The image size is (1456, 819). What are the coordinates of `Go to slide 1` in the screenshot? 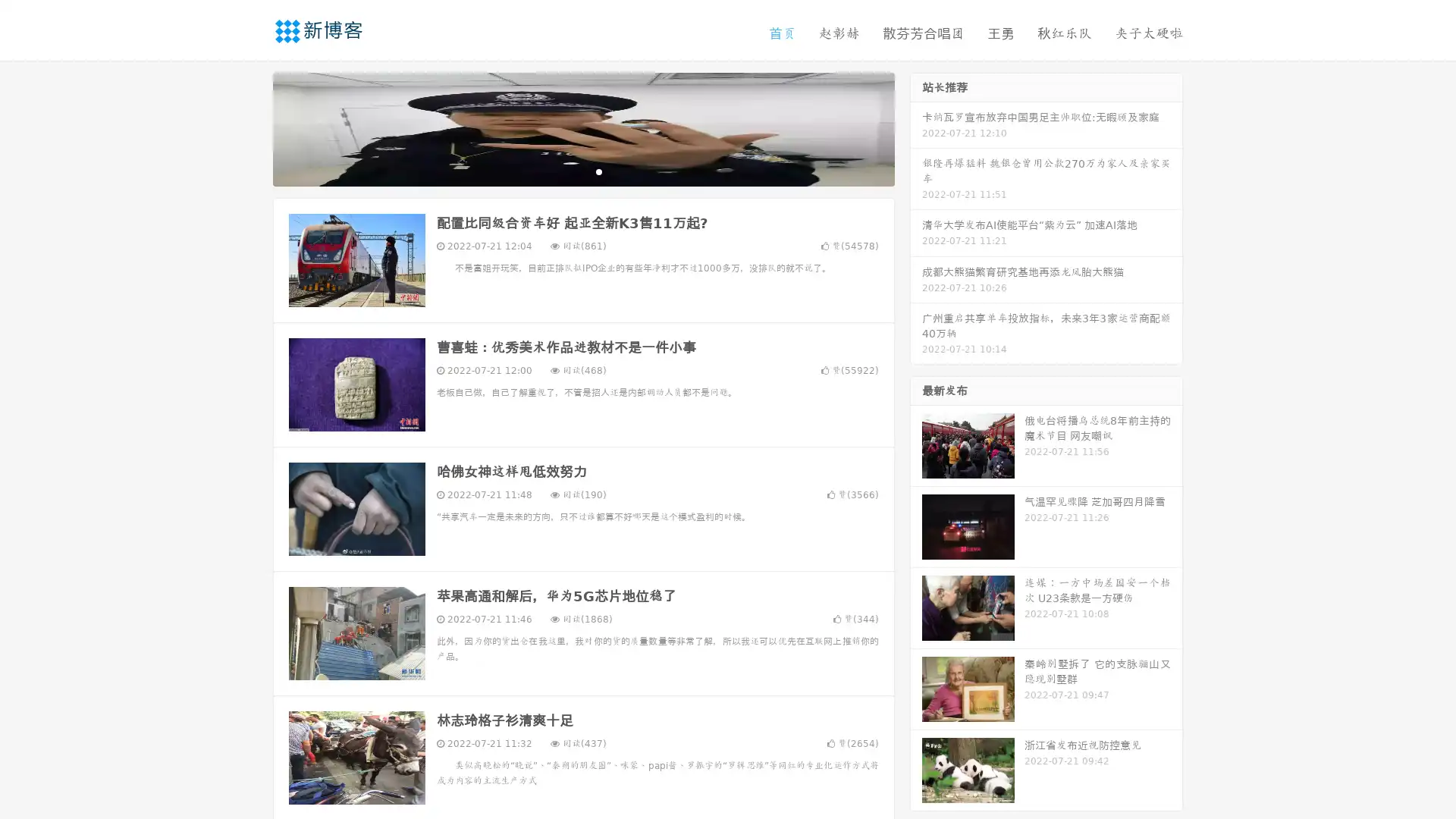 It's located at (567, 171).